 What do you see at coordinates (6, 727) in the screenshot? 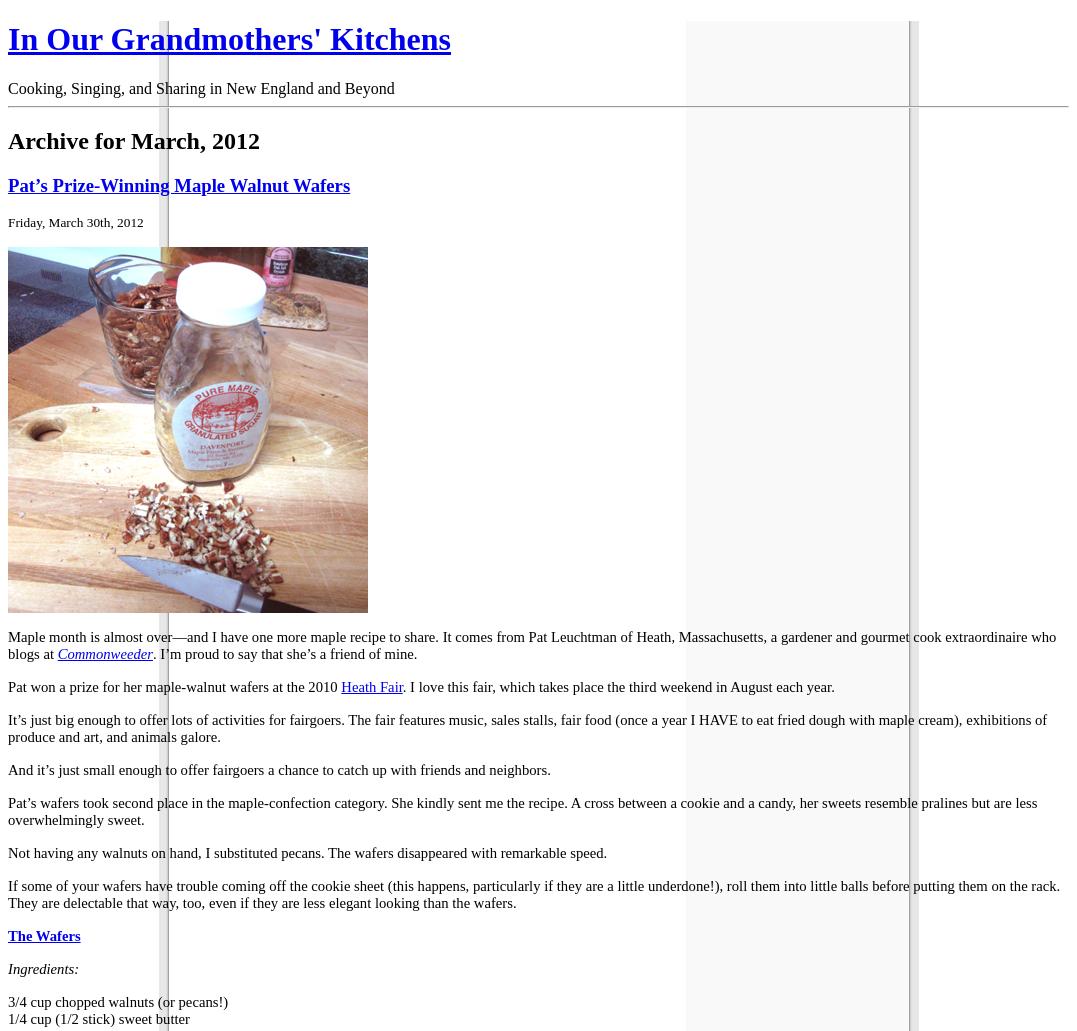
I see `'It’s just big enough to offer lots of activities for fairgoers. The fair features music, sales stalls, fair food (once a year I HAVE to eat fried dough with maple cream), exhibitions of produce and art, and animals galore.'` at bounding box center [6, 727].